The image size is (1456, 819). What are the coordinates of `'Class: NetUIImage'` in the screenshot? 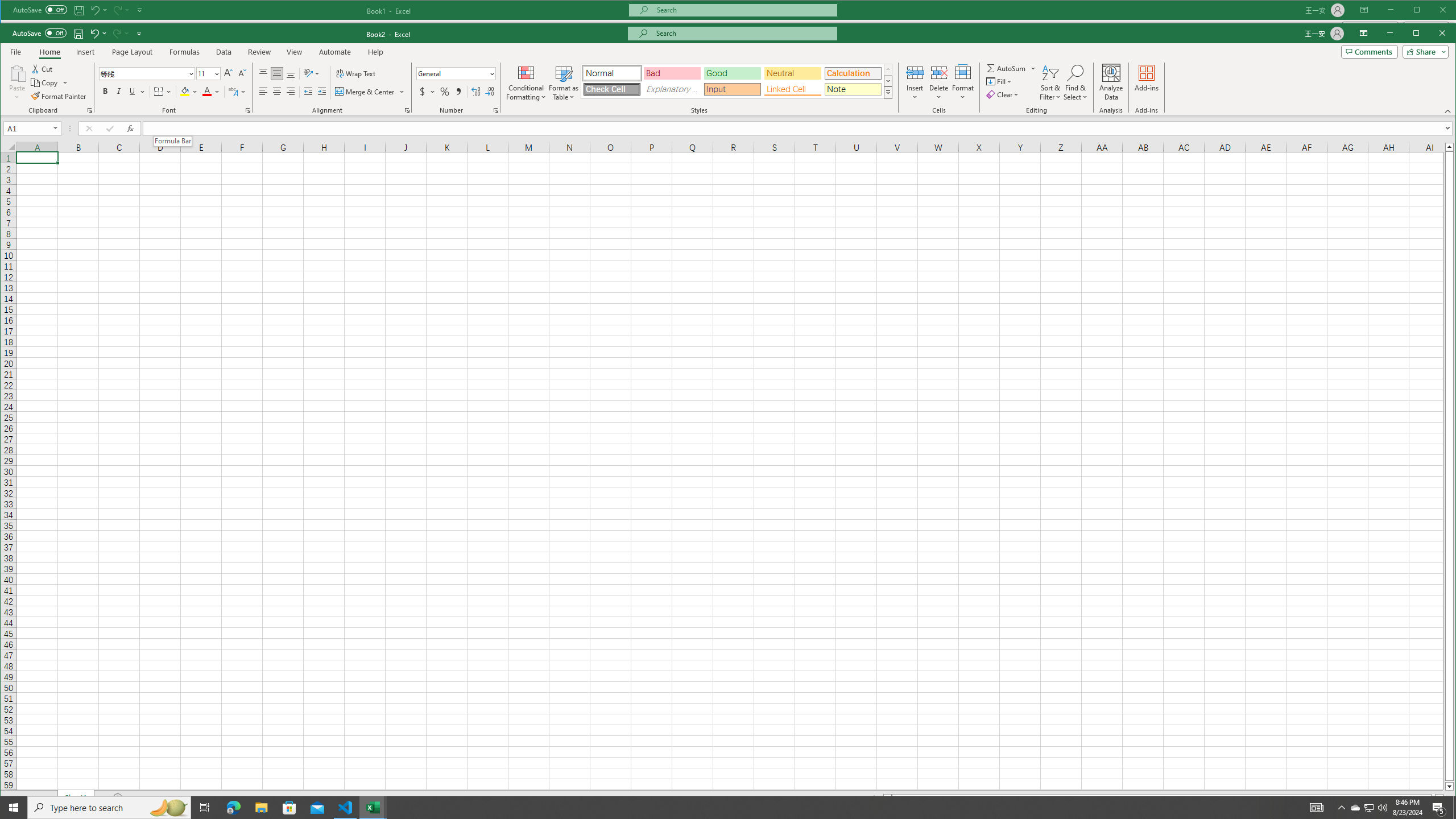 It's located at (888, 92).